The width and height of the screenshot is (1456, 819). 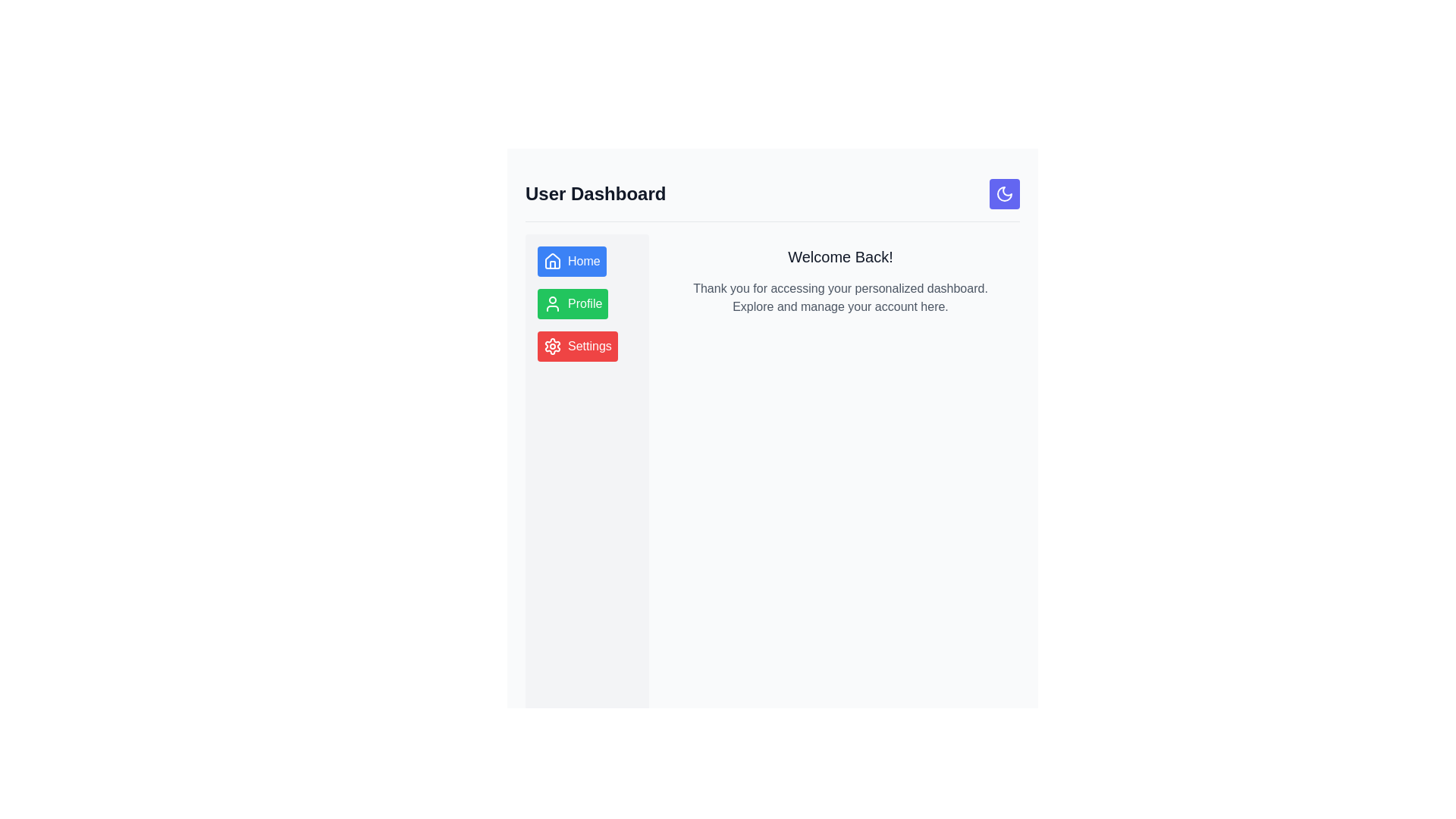 What do you see at coordinates (552, 304) in the screenshot?
I see `the simplistic user icon, which consists of a small circular head and a larger semi-circular shoulder shape, located within the green rectangular button to the left of the 'Profile' text in the vertical menu bar` at bounding box center [552, 304].